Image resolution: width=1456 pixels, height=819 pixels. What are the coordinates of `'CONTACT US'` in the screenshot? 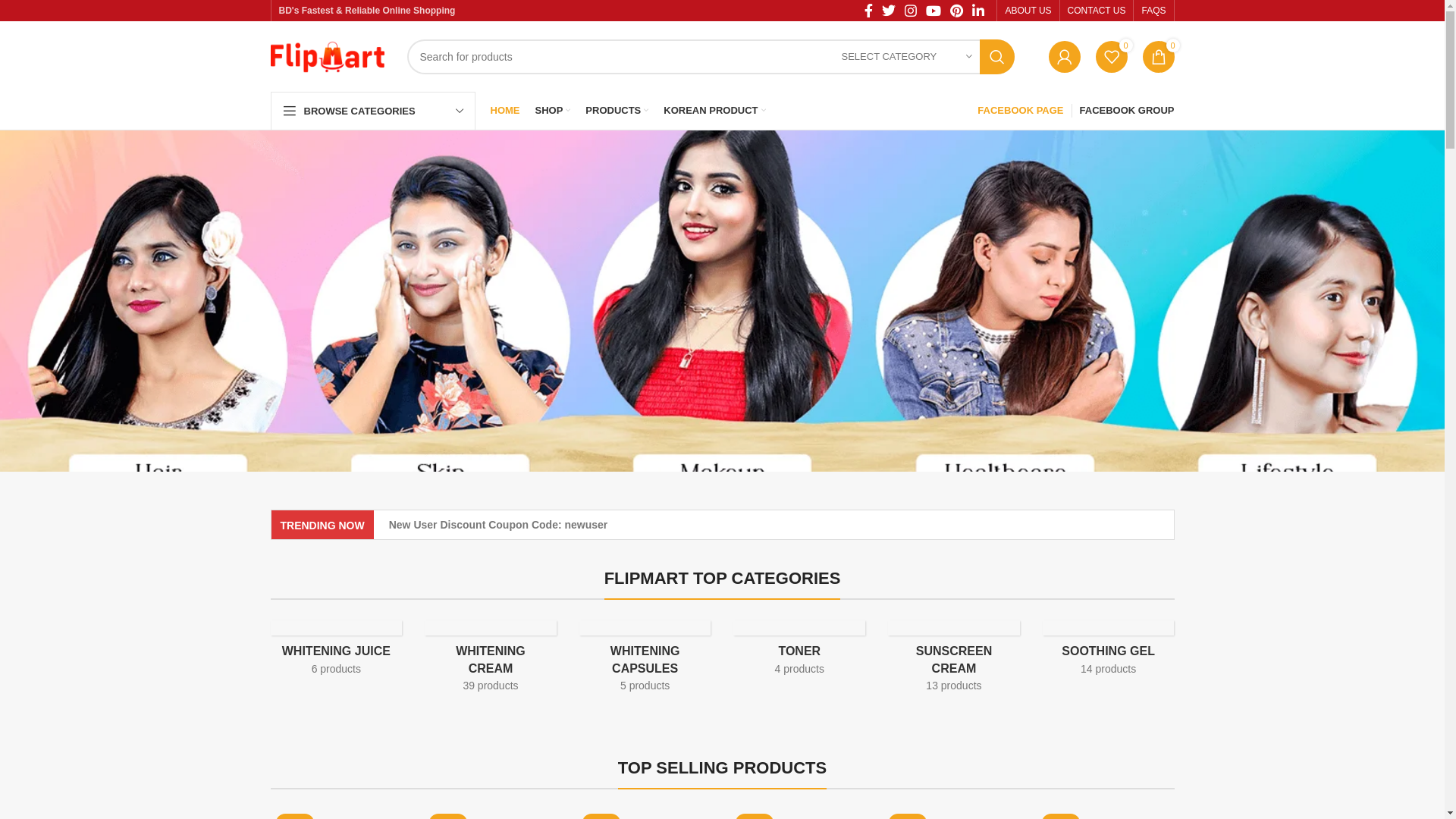 It's located at (1097, 11).